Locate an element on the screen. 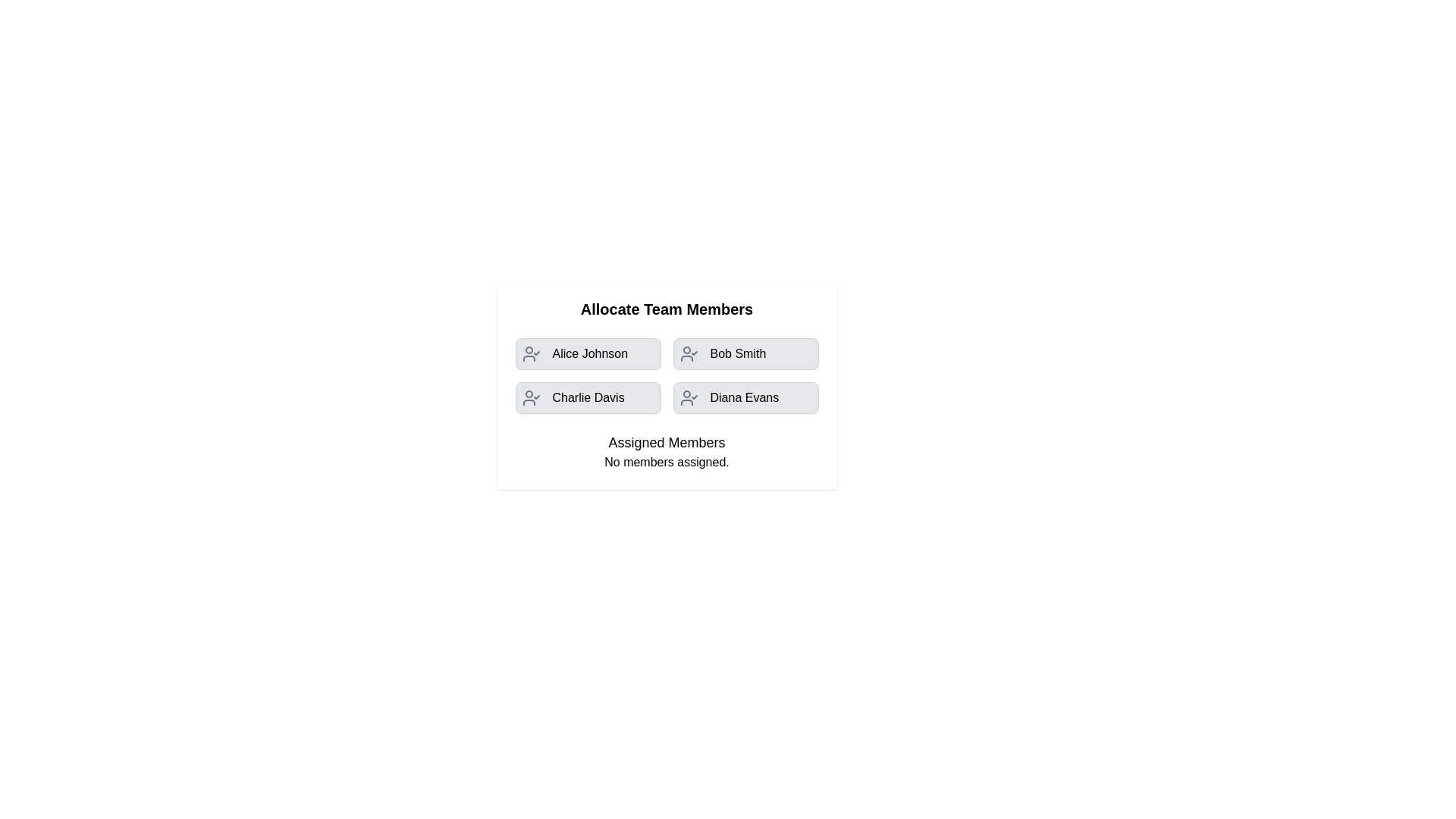 This screenshot has width=1456, height=819. the team member Diana Evans by clicking on their chip is located at coordinates (745, 397).